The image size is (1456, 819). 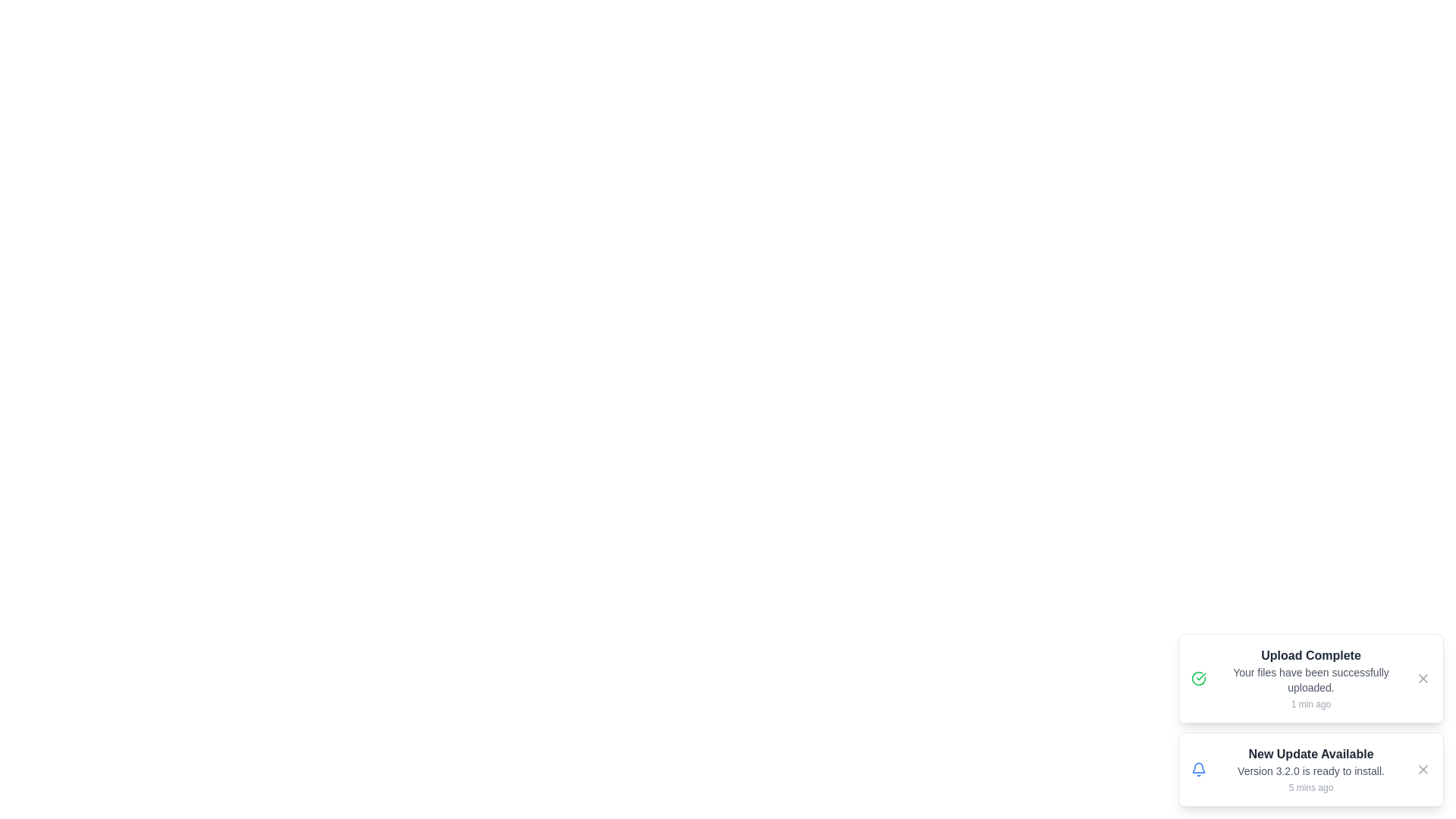 What do you see at coordinates (1310, 786) in the screenshot?
I see `text content of the small light gray timestamp label indicating '5 mins ago' located below the update message in the notification card` at bounding box center [1310, 786].